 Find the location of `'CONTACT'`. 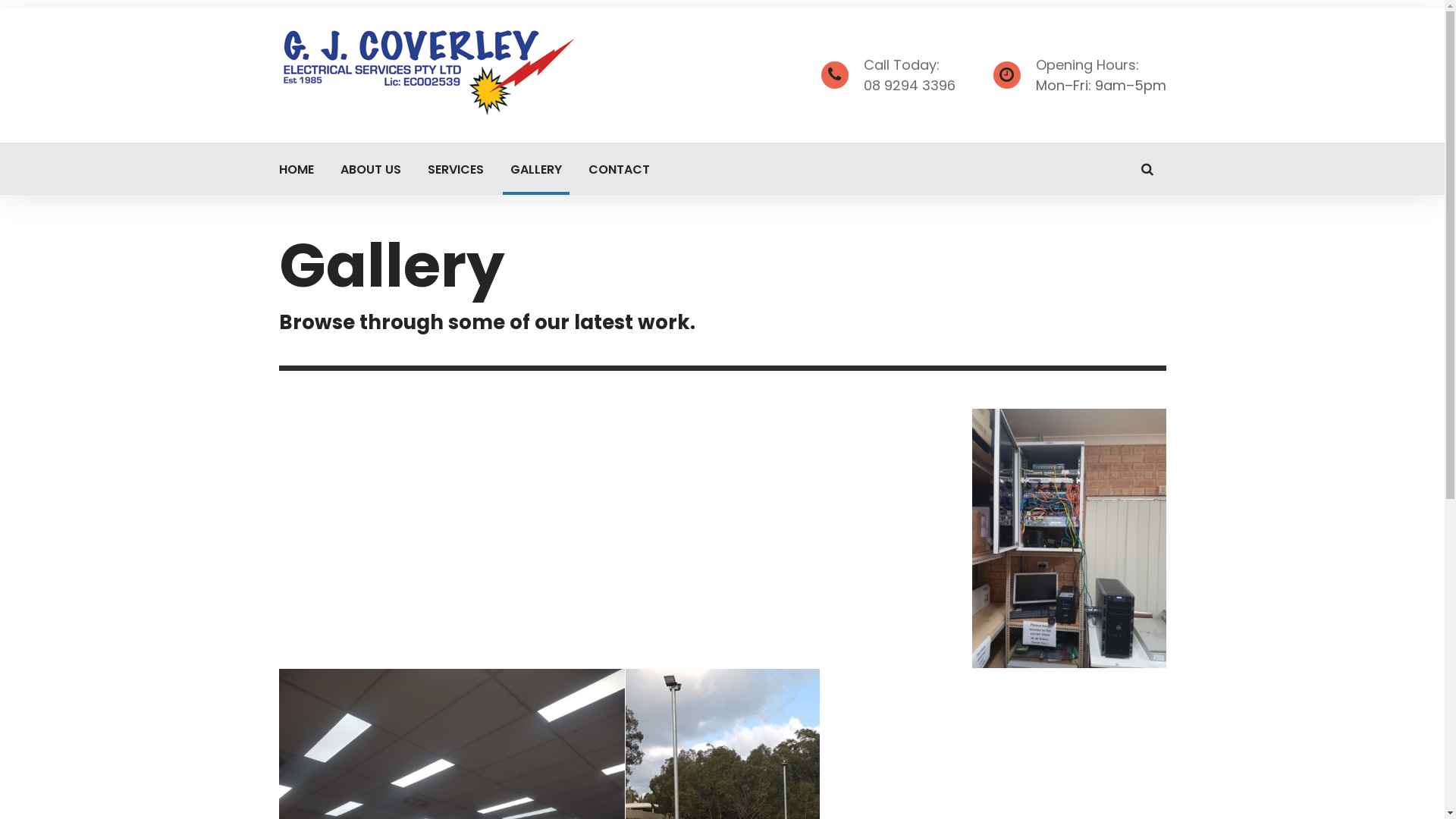

'CONTACT' is located at coordinates (580, 168).